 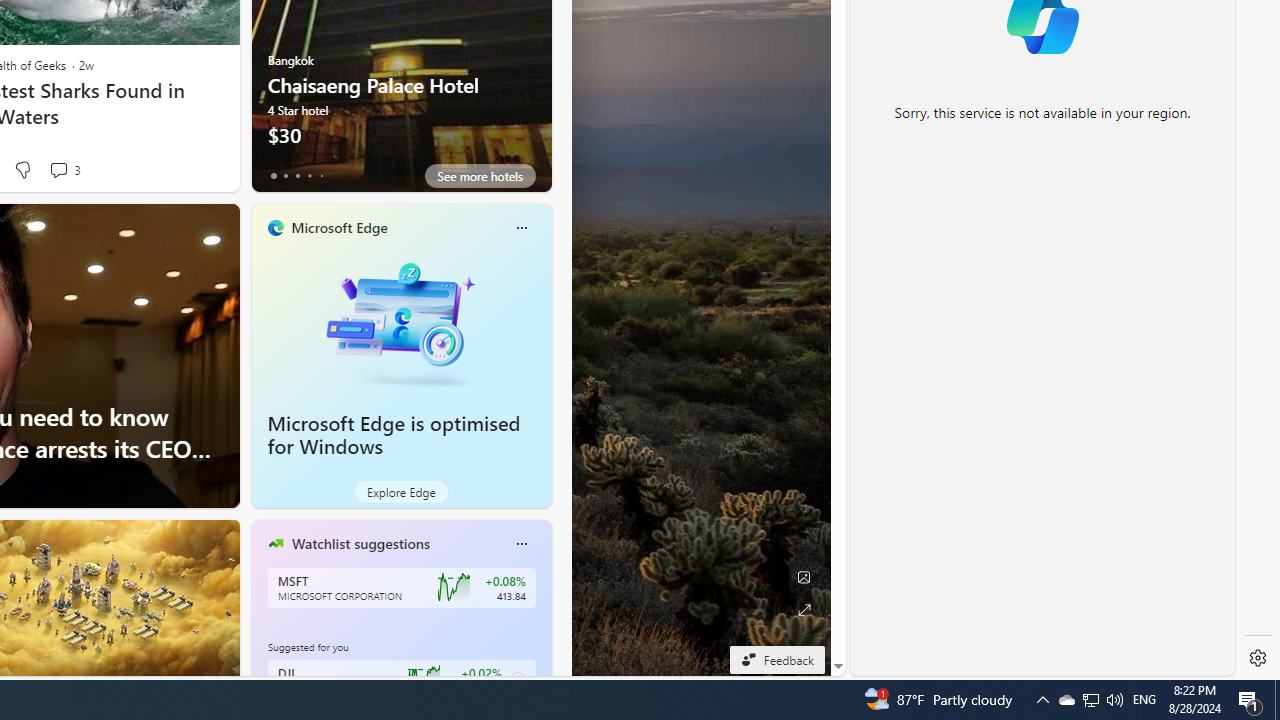 I want to click on 'Expand background', so click(x=803, y=609).